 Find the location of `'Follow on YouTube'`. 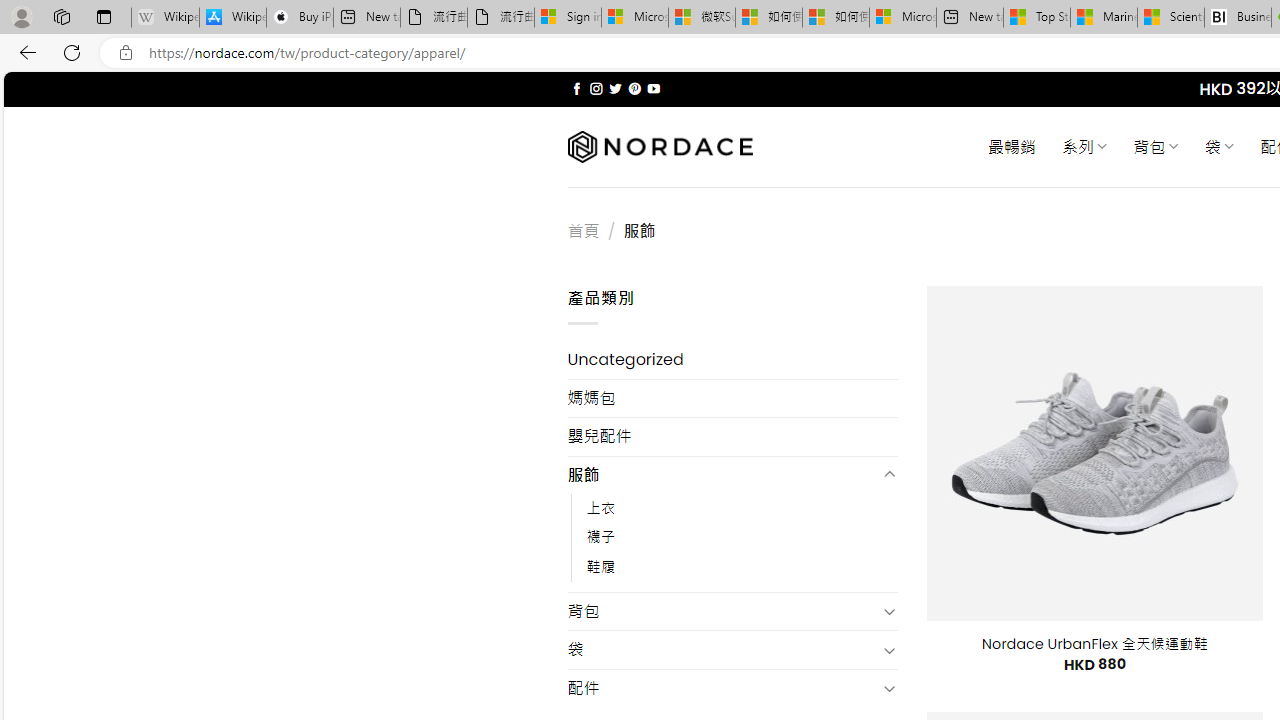

'Follow on YouTube' is located at coordinates (653, 88).